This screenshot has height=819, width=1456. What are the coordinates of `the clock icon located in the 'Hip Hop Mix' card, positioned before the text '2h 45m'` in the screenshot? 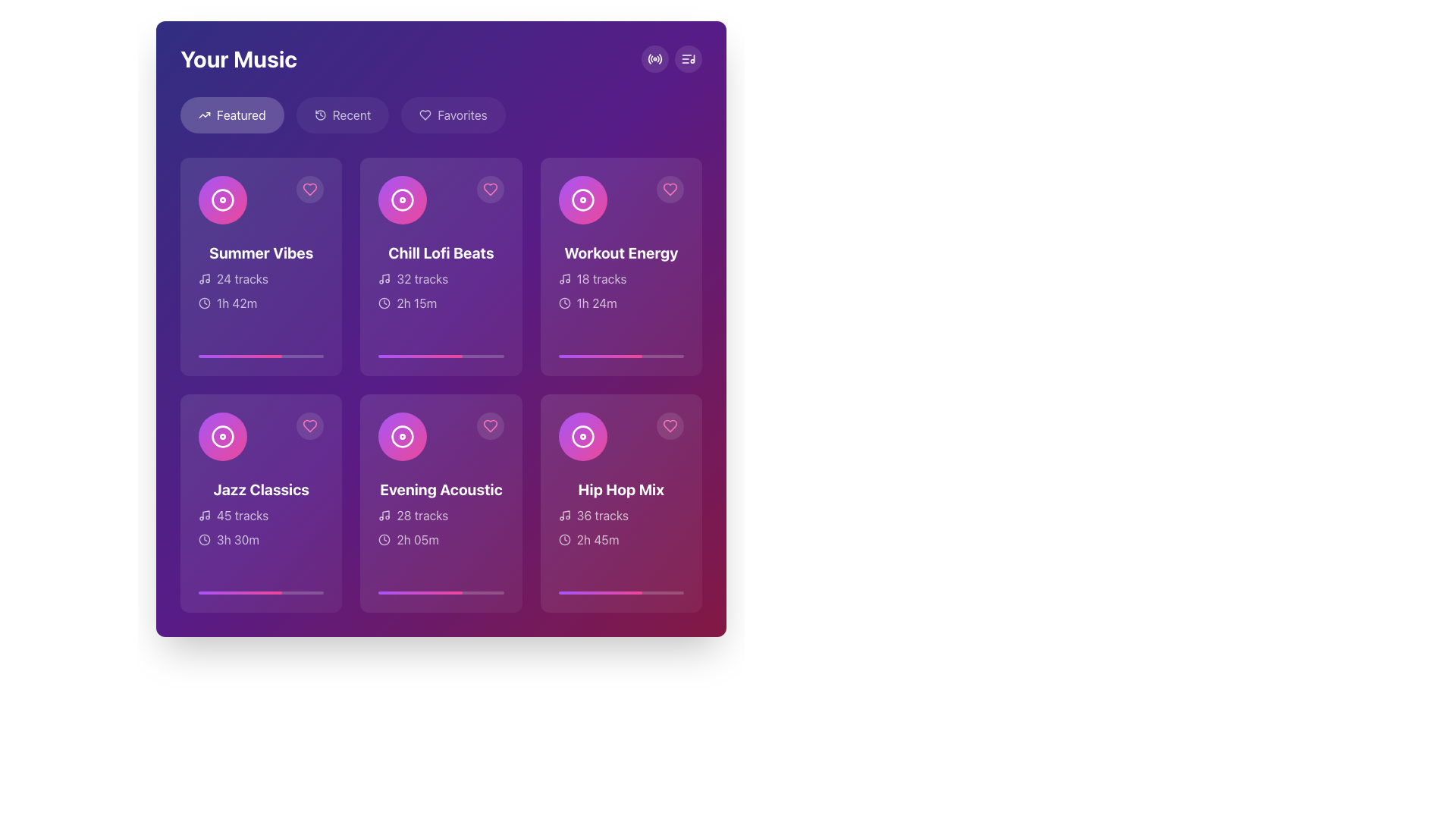 It's located at (563, 539).